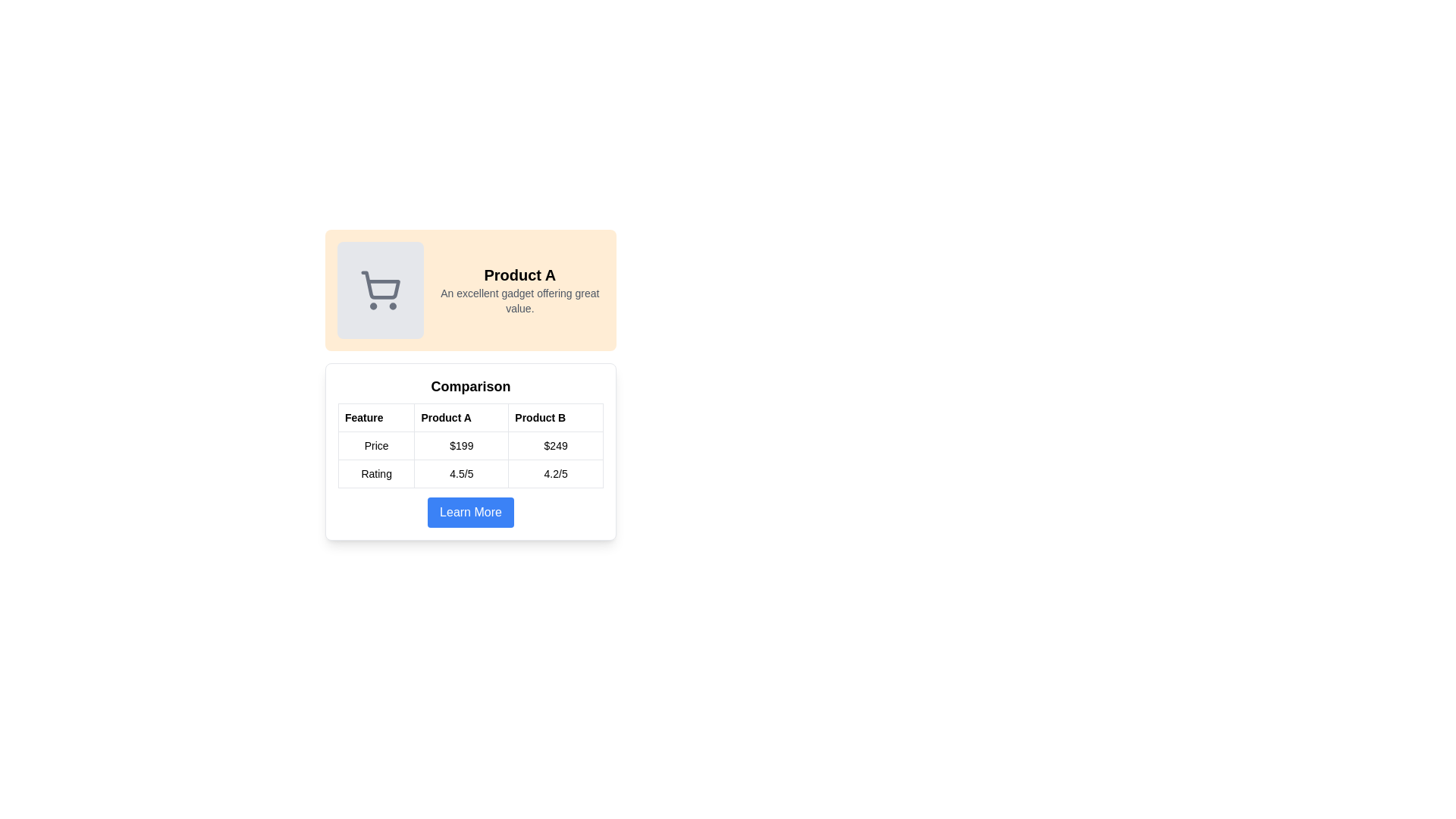 The height and width of the screenshot is (819, 1456). What do you see at coordinates (469, 385) in the screenshot?
I see `the bolded text label 'Comparison', which serves as the title for the section containing the comparison table for 'Product A' and 'Product B'` at bounding box center [469, 385].